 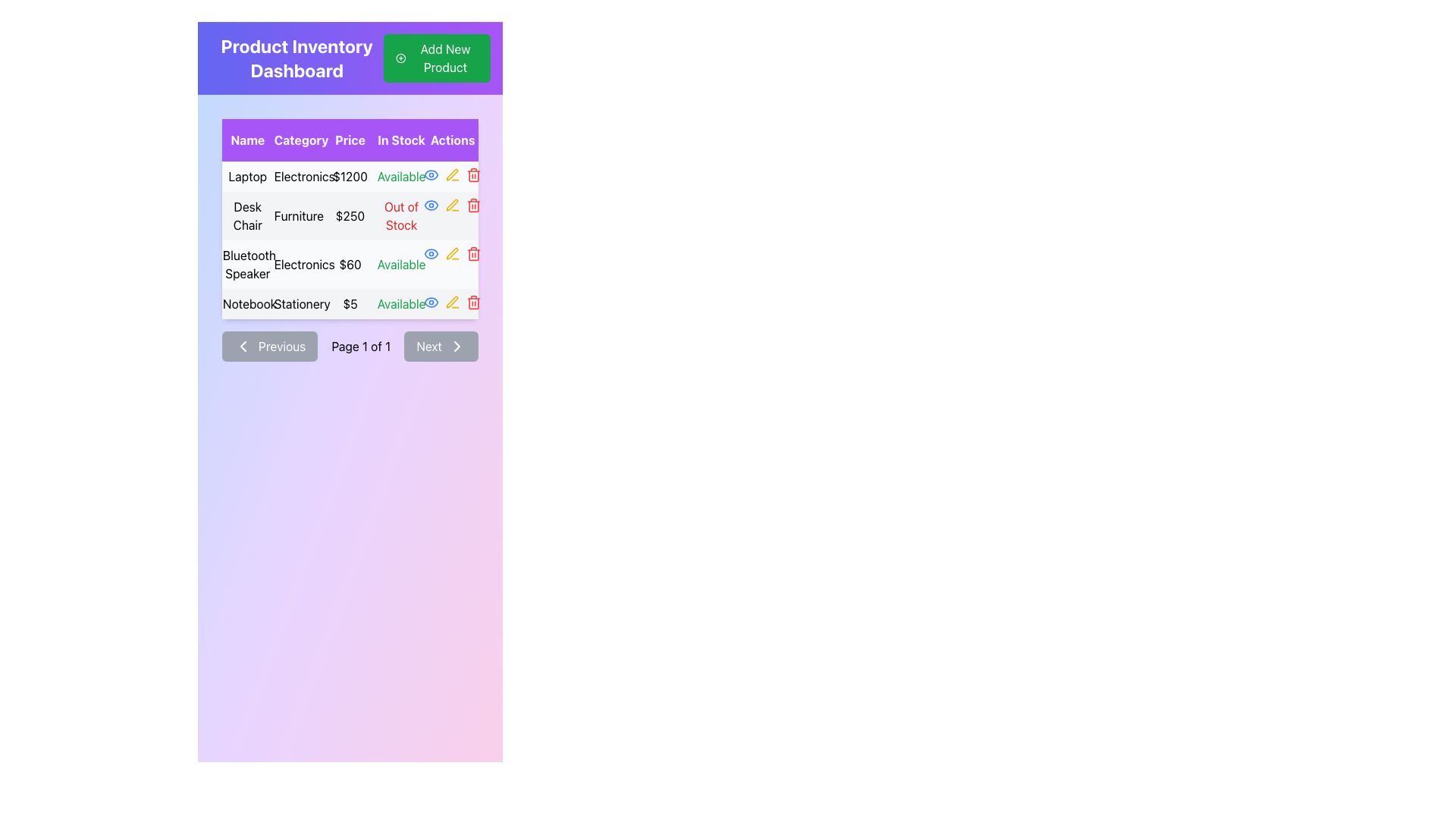 I want to click on the Table Header Row which displays the column headers: 'Name Category Price In Stock Actions' with a purple background and white text, so click(x=349, y=140).